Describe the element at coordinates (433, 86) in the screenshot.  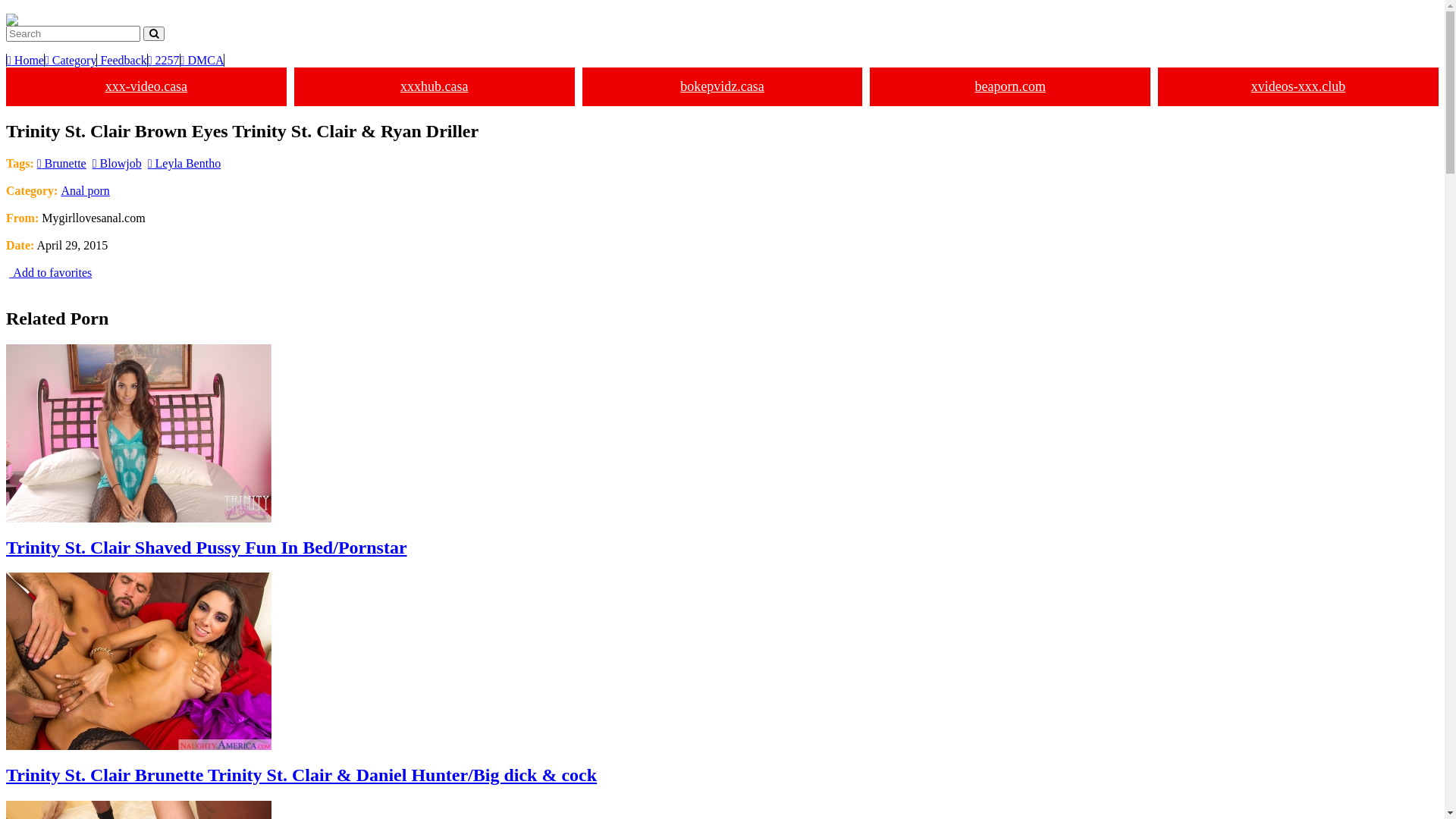
I see `'xxxhub.casa'` at that location.